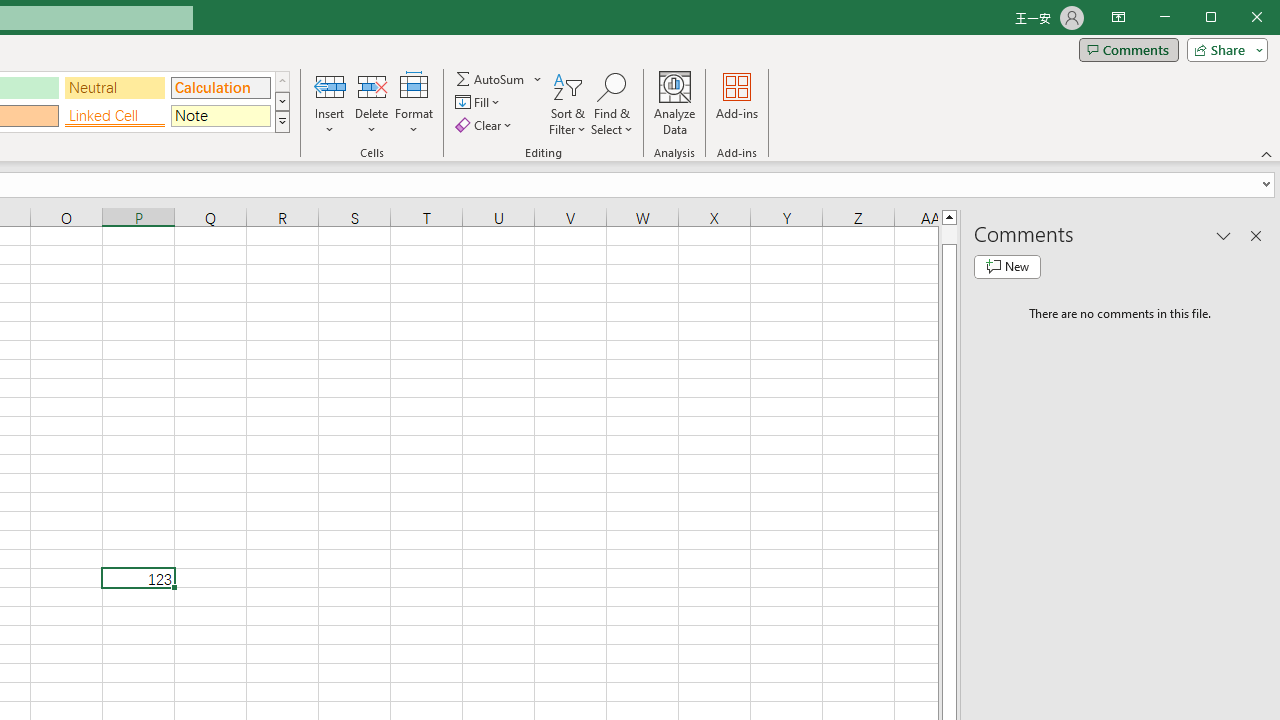 The image size is (1280, 720). I want to click on 'Fill', so click(478, 102).